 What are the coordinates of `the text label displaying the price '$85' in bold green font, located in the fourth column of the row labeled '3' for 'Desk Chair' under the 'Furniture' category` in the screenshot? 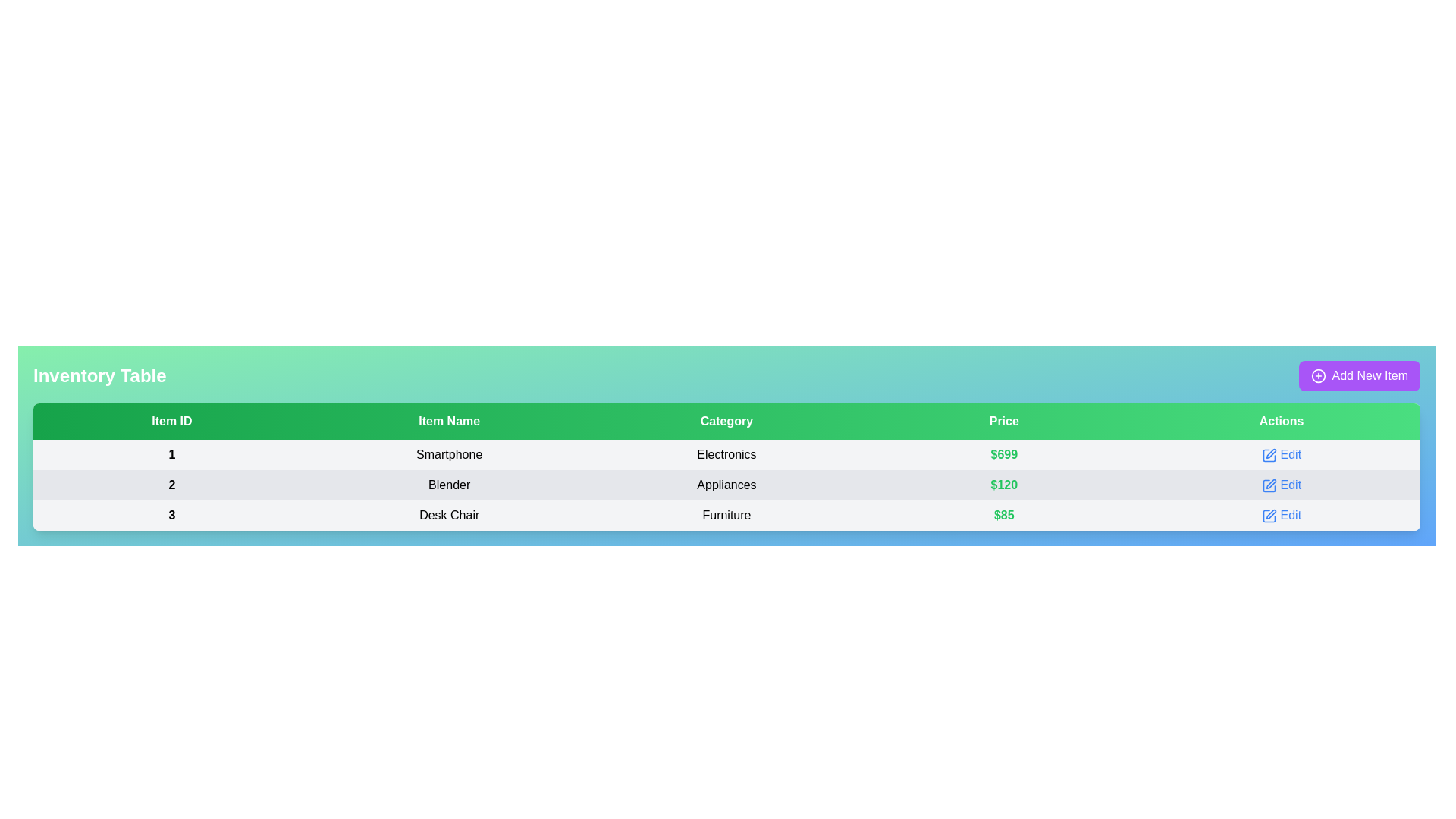 It's located at (1004, 514).